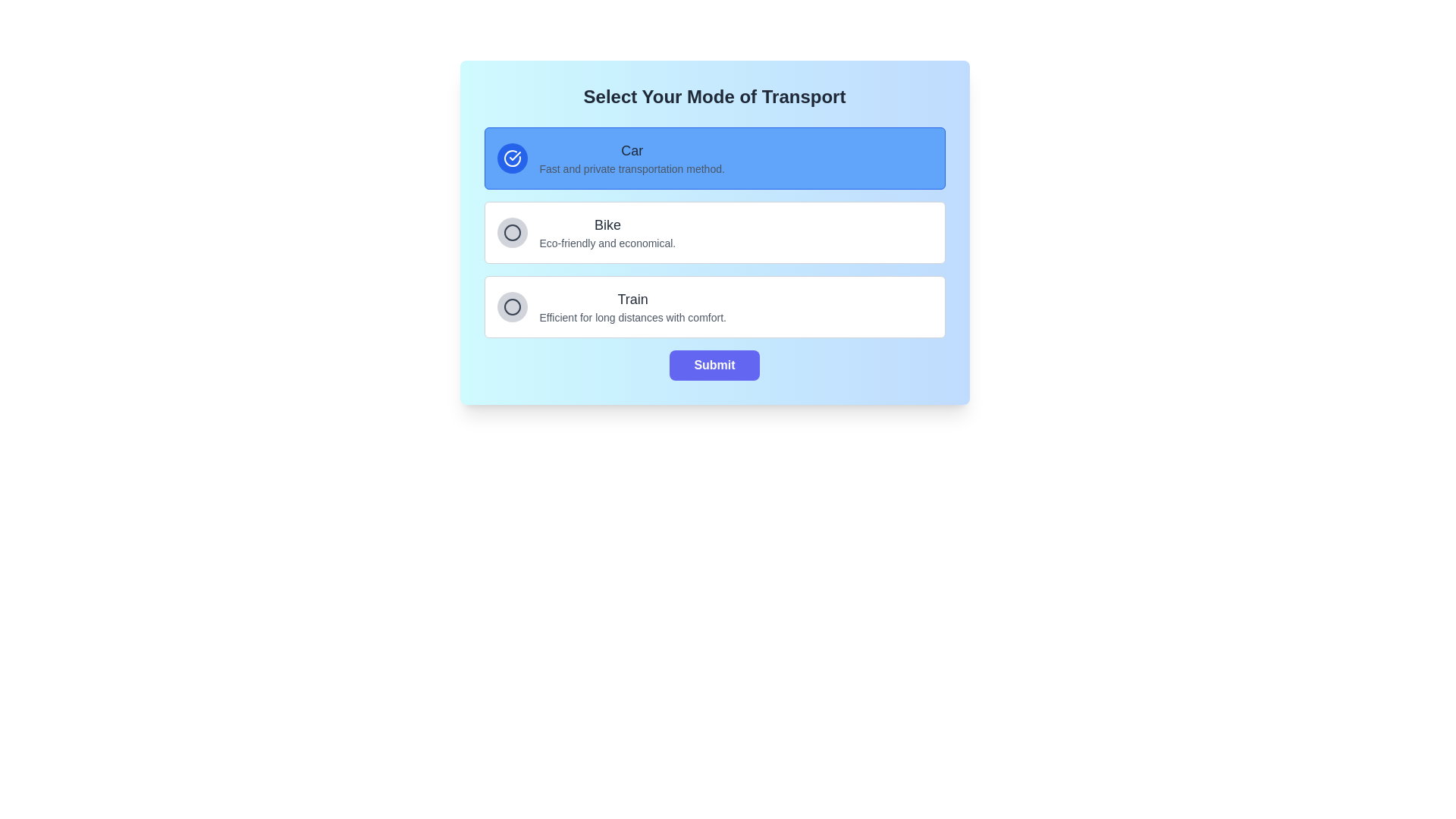 The width and height of the screenshot is (1456, 819). Describe the element at coordinates (607, 233) in the screenshot. I see `descriptive information provided in the Text block about the 'Bike' transportation option, which is centrally located in the interface below 'Car' and above 'Train'` at that location.